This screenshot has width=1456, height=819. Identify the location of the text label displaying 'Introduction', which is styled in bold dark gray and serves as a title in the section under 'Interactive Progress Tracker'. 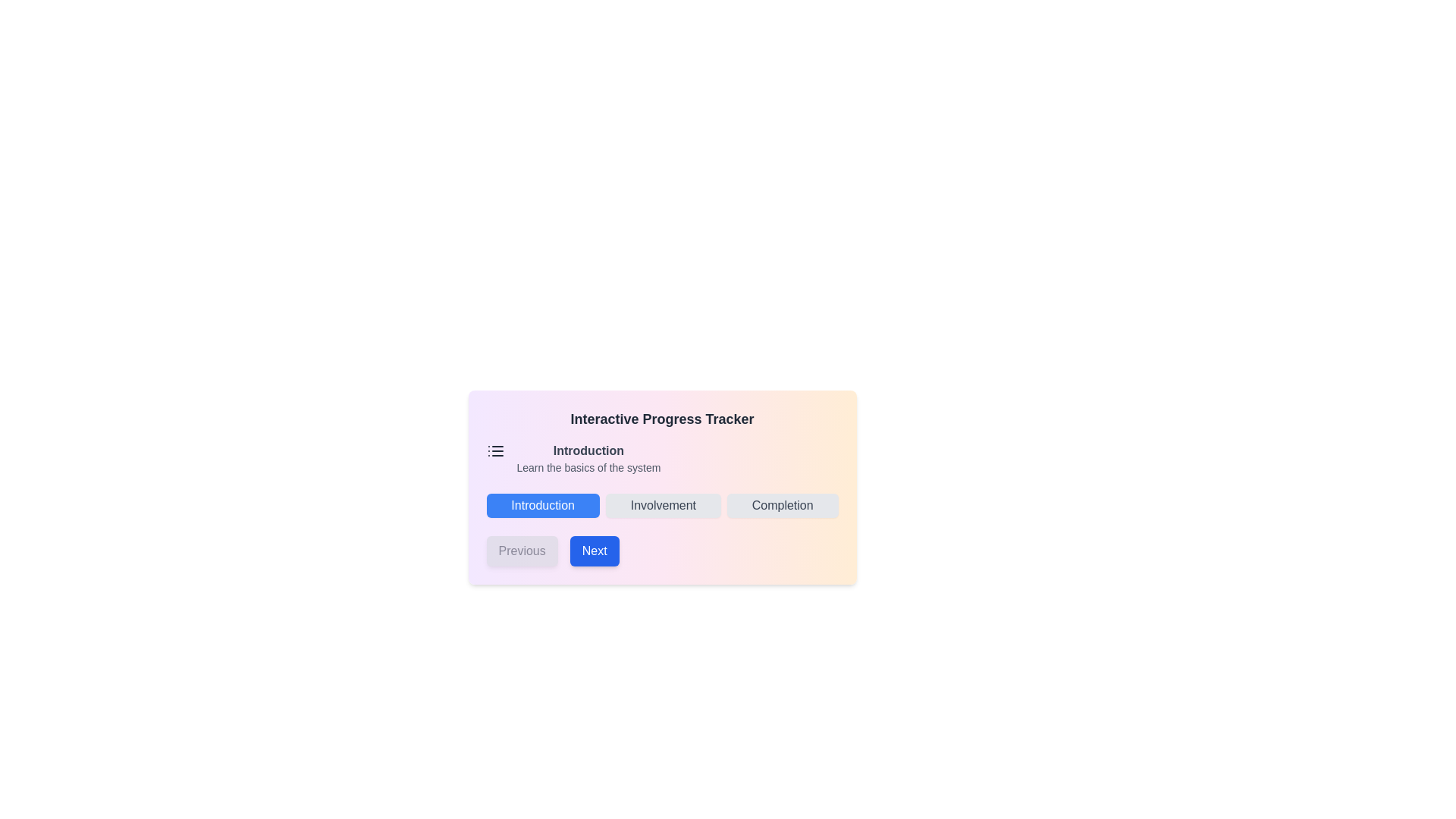
(588, 450).